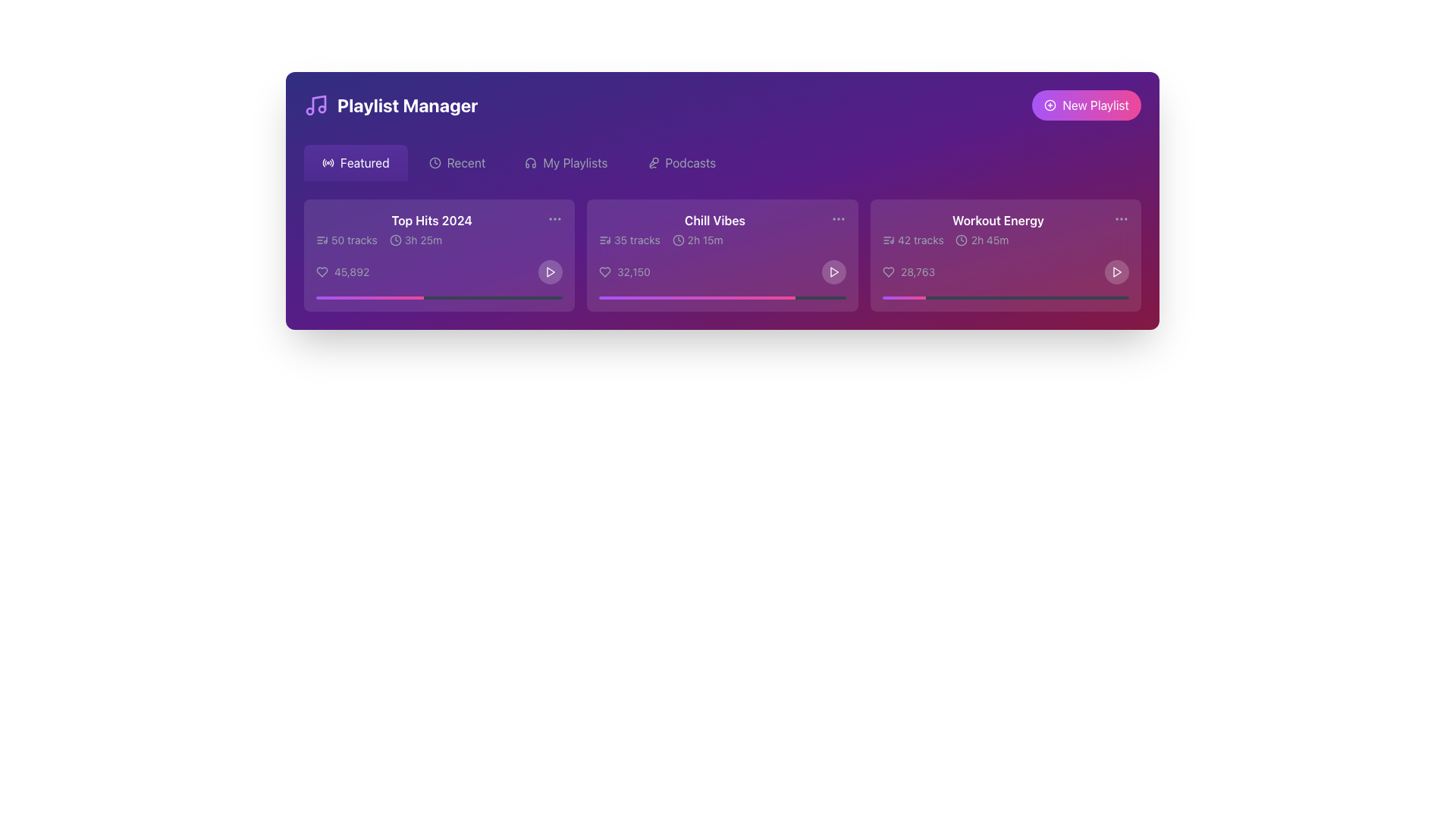  Describe the element at coordinates (434, 163) in the screenshot. I see `the decorative SVG Circle that is part of the clock icon, located to the left of the 'Recent' text in the upper center portion of the interface` at that location.